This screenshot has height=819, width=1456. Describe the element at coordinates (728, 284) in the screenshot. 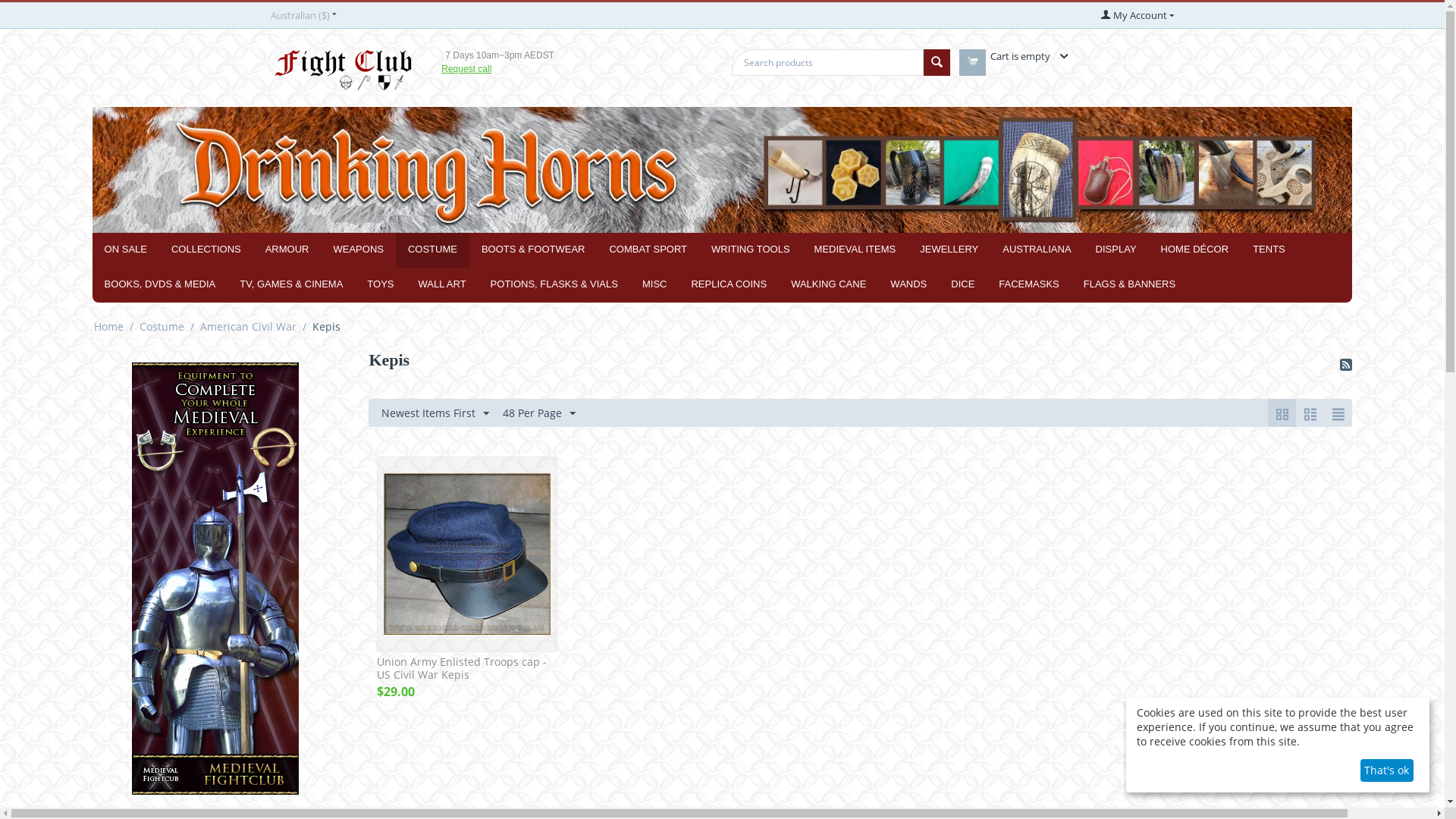

I see `'REPLICA COINS'` at that location.